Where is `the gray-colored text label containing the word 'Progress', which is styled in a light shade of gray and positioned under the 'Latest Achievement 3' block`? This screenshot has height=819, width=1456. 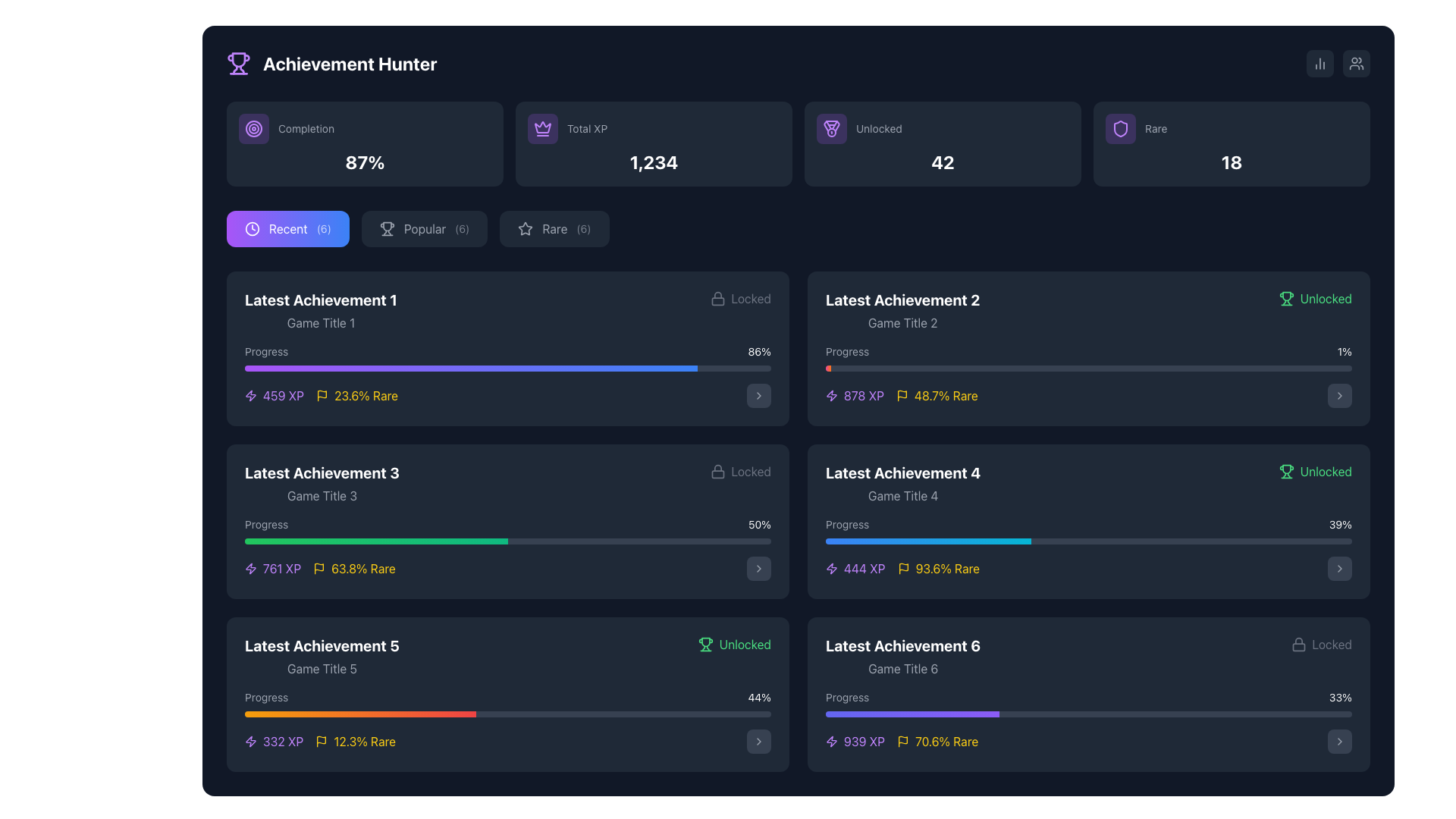
the gray-colored text label containing the word 'Progress', which is styled in a light shade of gray and positioned under the 'Latest Achievement 3' block is located at coordinates (266, 523).